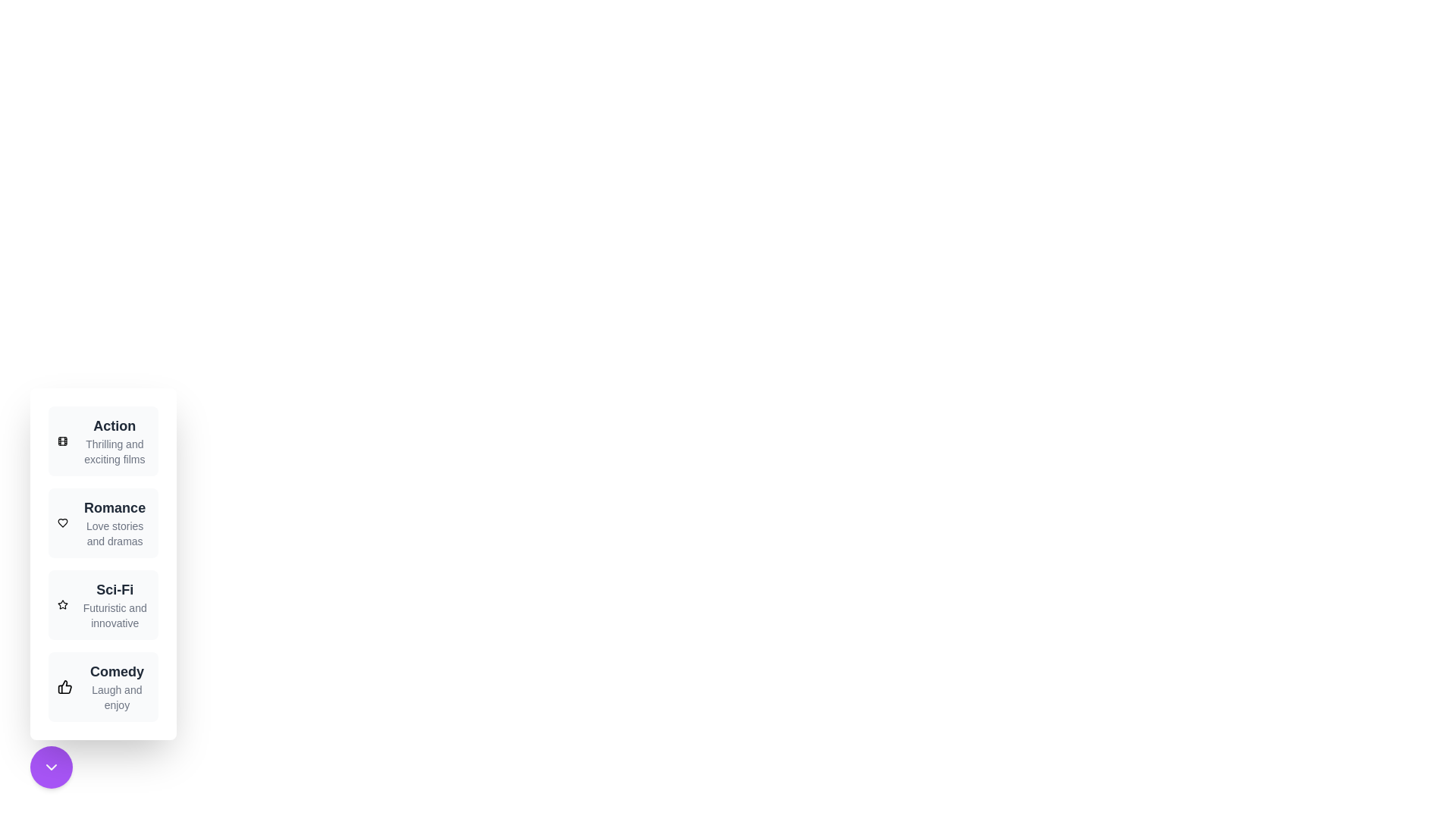  What do you see at coordinates (102, 441) in the screenshot?
I see `the genre Action from the menu` at bounding box center [102, 441].